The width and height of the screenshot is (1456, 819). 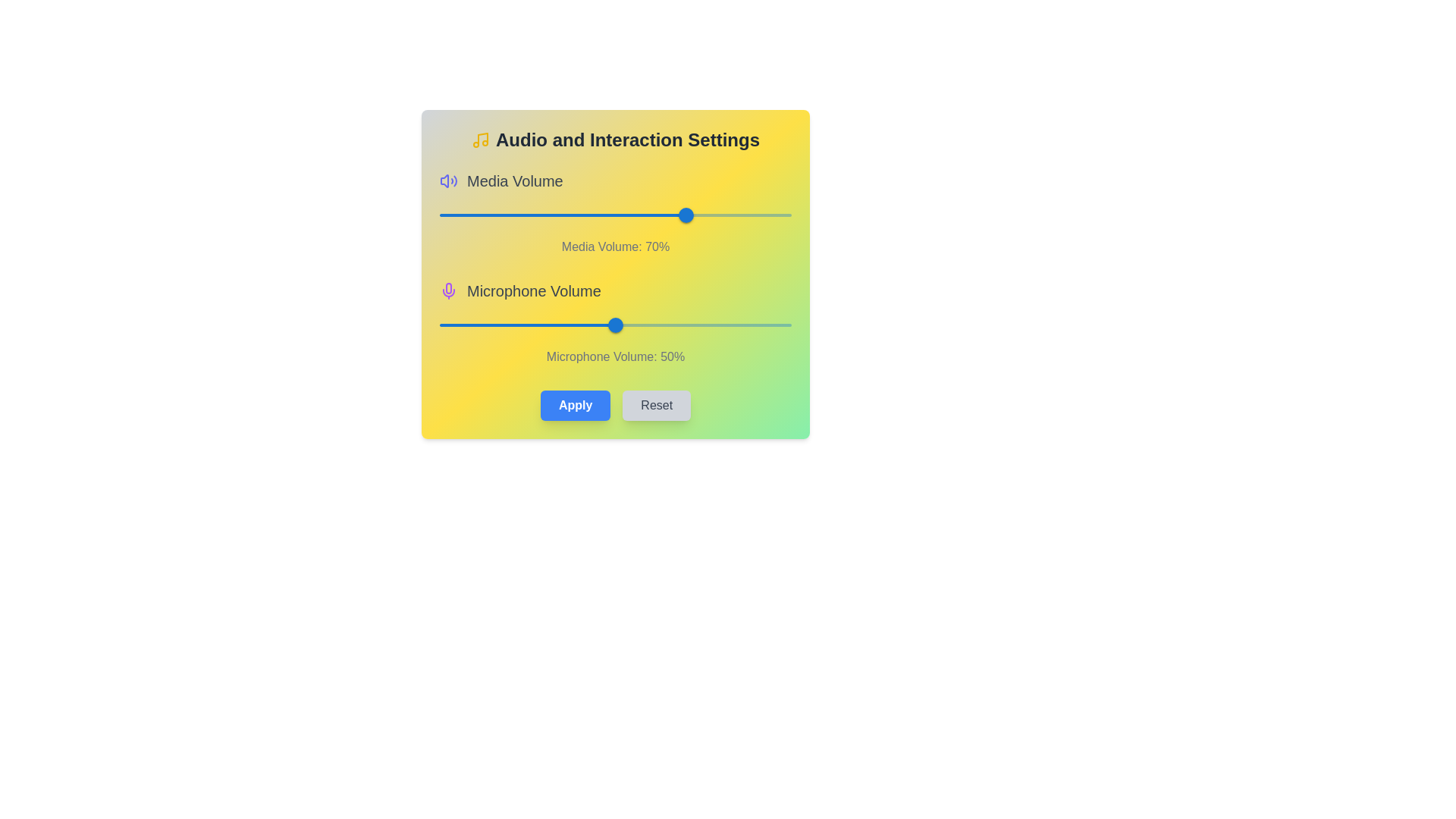 I want to click on the 'Apply' button with a blue background and white text located at the bottom center of the 'Audio and Interaction Settings' card for keyboard interaction, so click(x=575, y=405).